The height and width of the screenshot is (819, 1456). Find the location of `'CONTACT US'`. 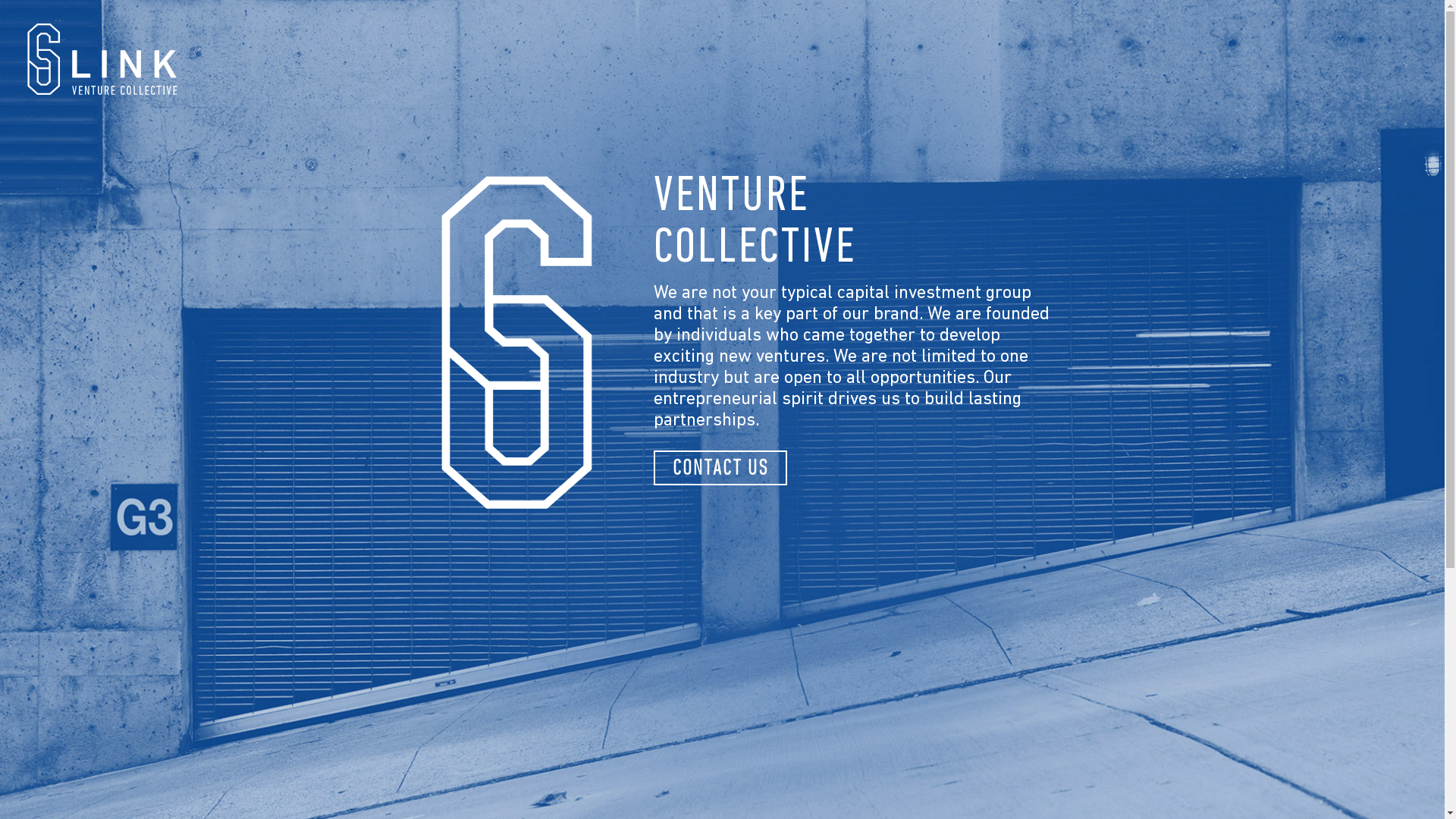

'CONTACT US' is located at coordinates (654, 467).